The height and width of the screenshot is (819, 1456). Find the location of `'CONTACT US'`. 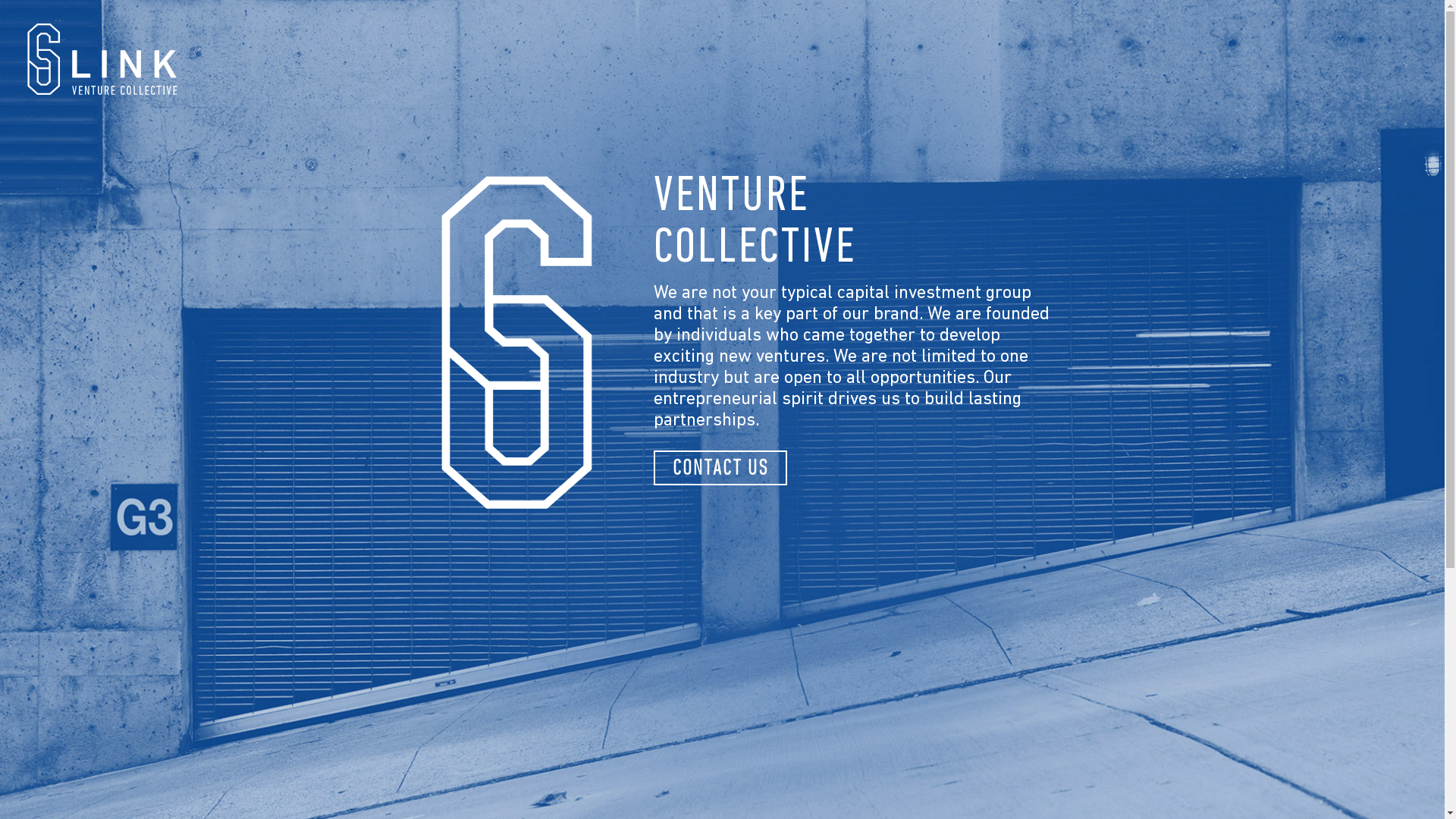

'CONTACT US' is located at coordinates (654, 467).